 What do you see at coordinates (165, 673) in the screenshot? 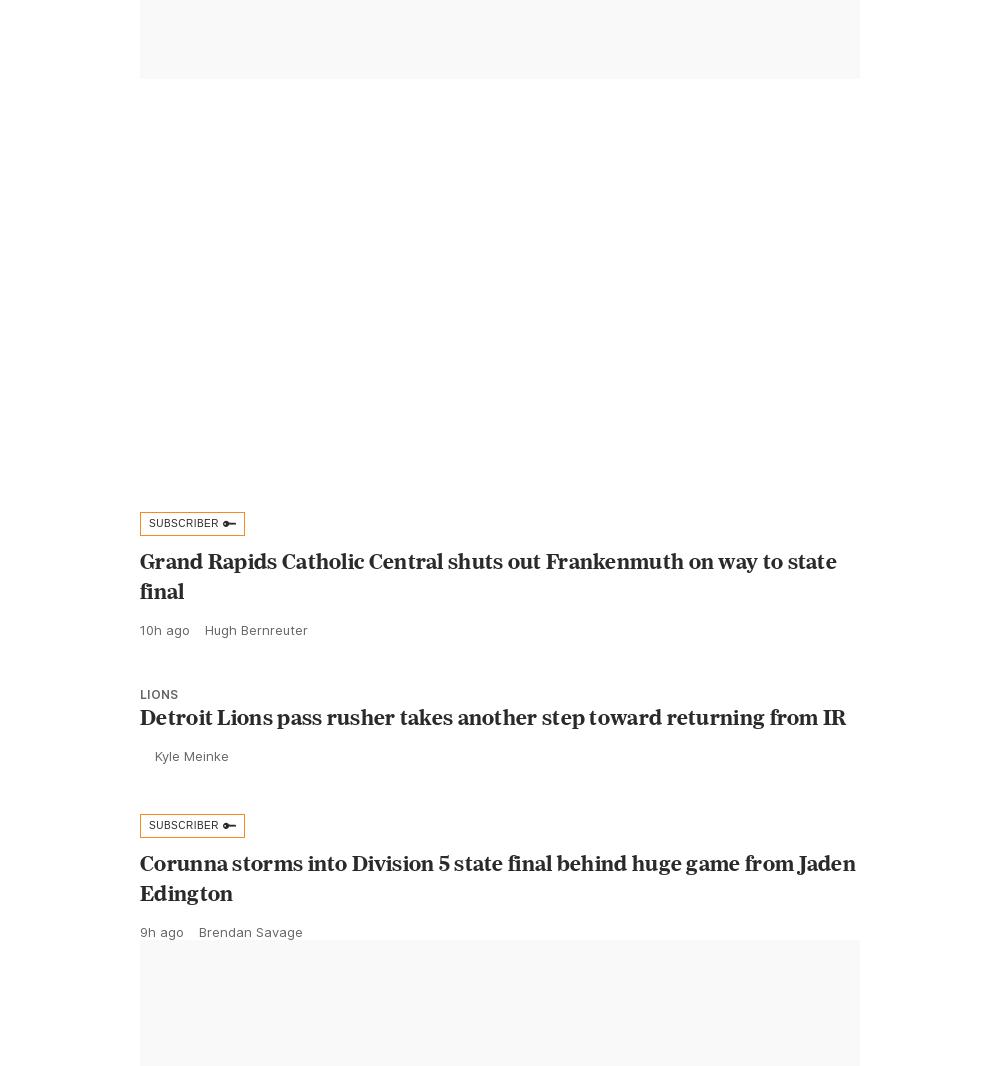
I see `'10h ago'` at bounding box center [165, 673].